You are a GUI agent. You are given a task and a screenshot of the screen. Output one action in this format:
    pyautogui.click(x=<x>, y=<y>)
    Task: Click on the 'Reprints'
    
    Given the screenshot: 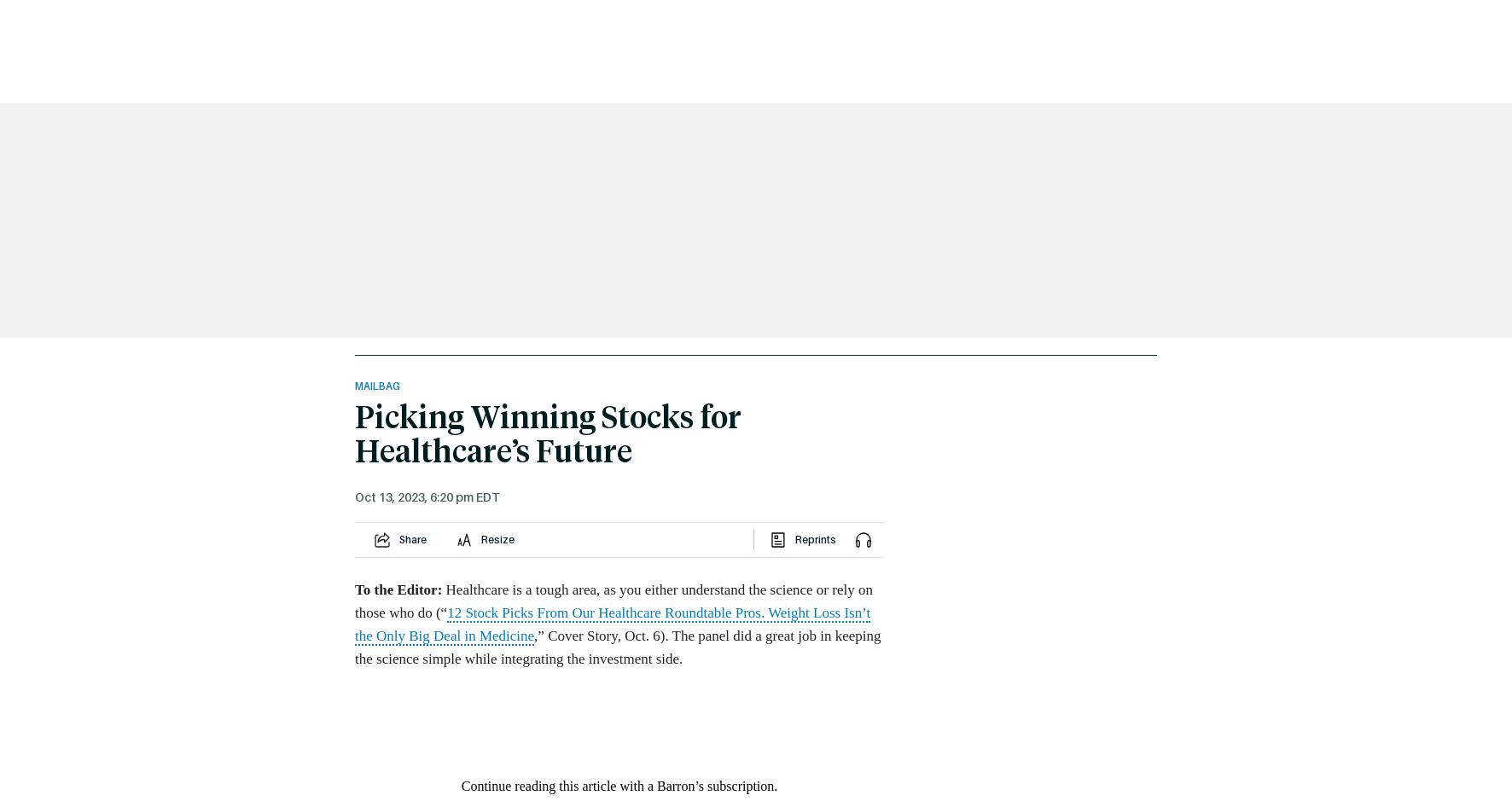 What is the action you would take?
    pyautogui.click(x=814, y=539)
    